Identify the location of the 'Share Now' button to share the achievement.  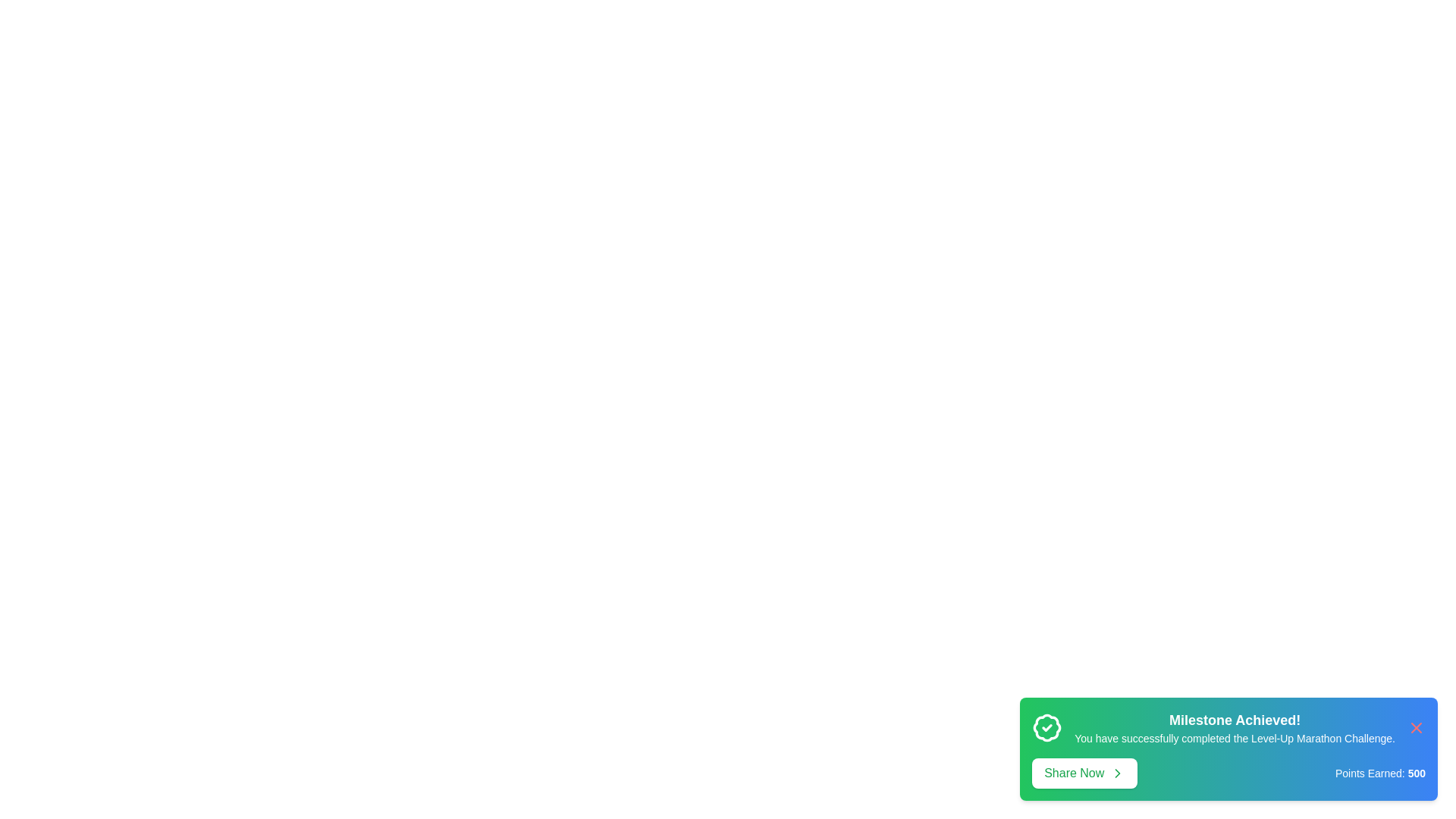
(1084, 773).